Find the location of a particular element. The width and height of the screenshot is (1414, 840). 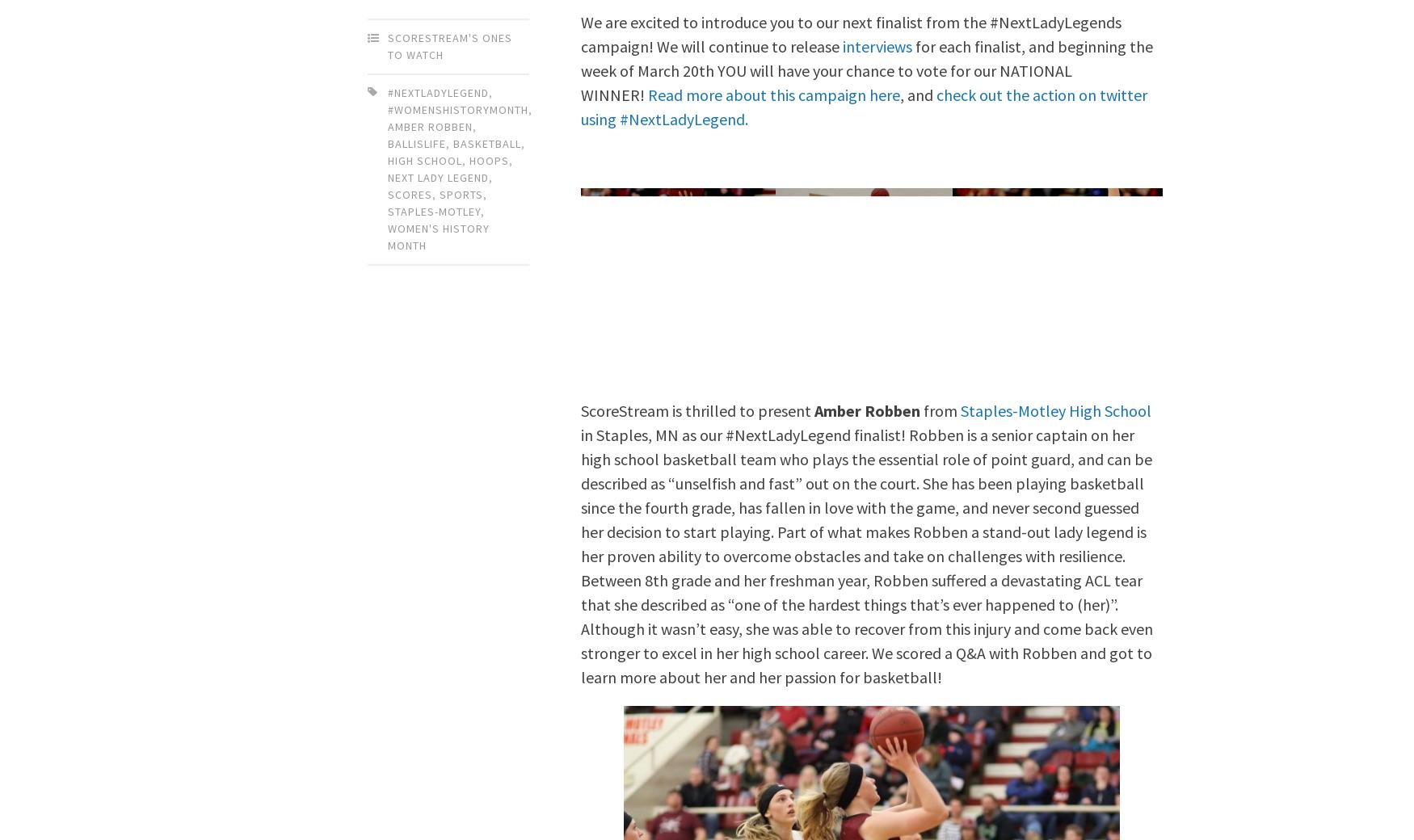

'Women's History Month' is located at coordinates (438, 235).